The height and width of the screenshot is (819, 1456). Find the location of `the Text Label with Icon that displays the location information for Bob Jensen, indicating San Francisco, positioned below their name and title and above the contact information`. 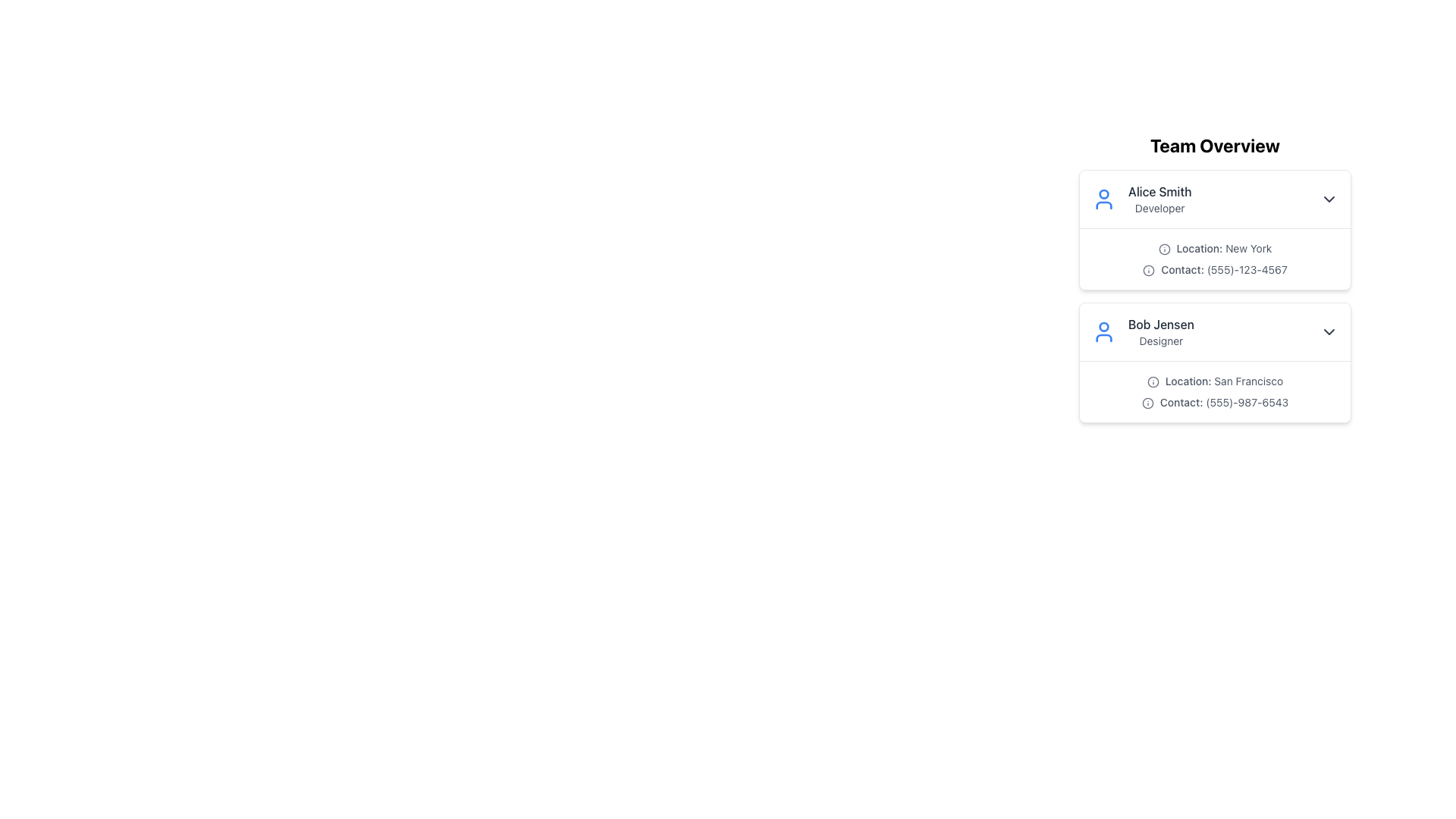

the Text Label with Icon that displays the location information for Bob Jensen, indicating San Francisco, positioned below their name and title and above the contact information is located at coordinates (1215, 380).